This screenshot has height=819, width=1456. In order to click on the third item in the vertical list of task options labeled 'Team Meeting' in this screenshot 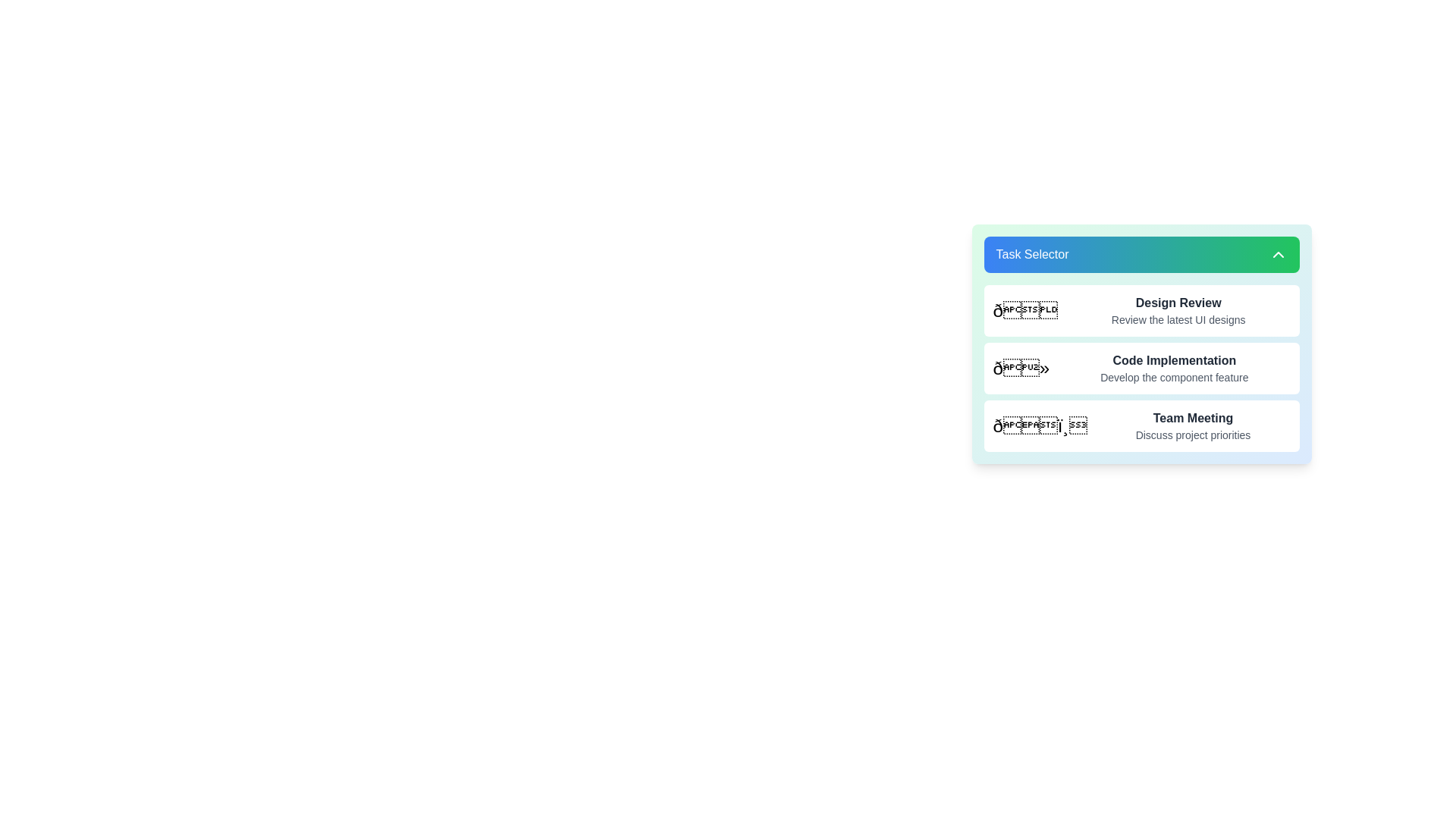, I will do `click(1141, 426)`.